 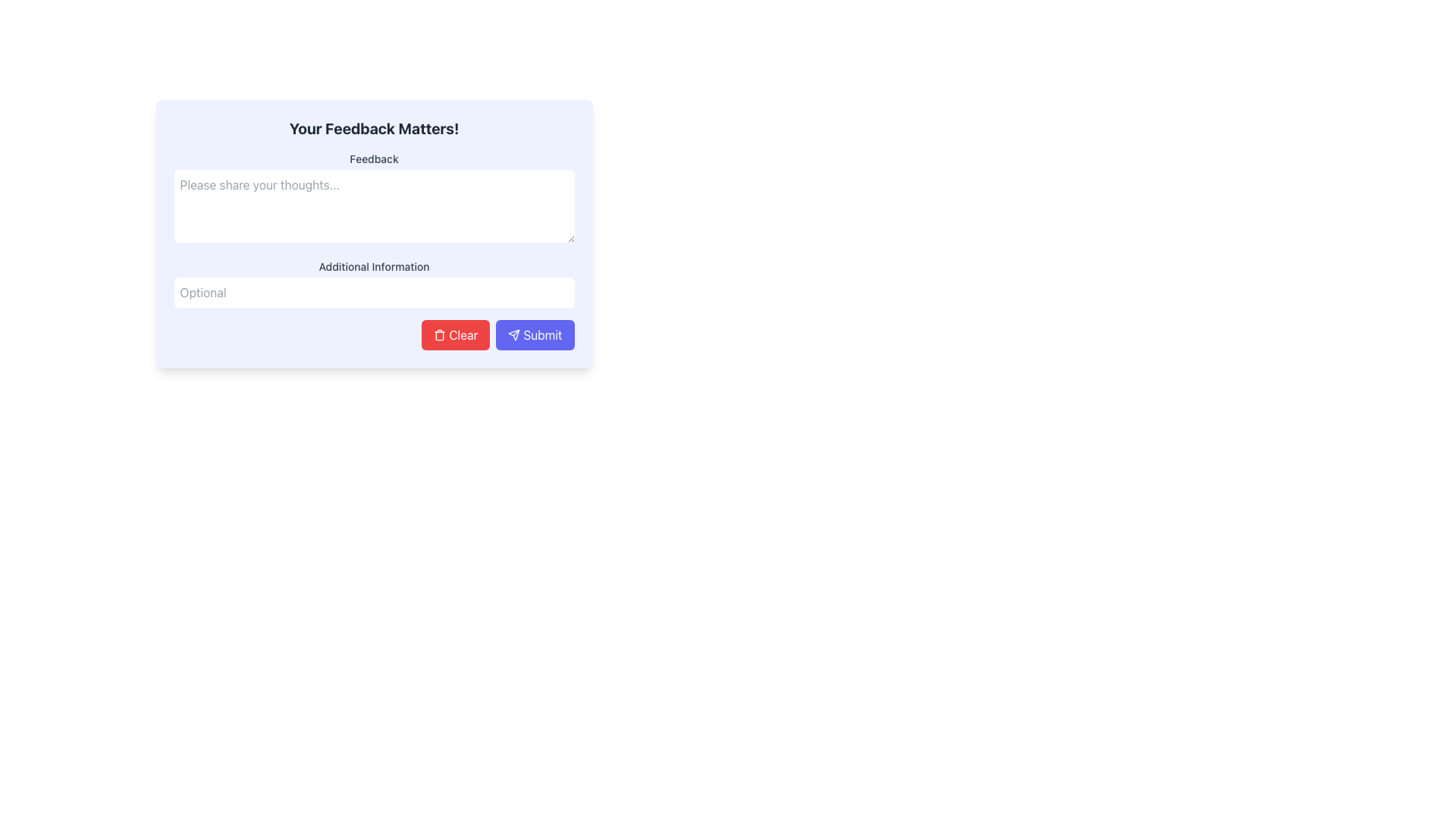 What do you see at coordinates (535, 334) in the screenshot?
I see `the rectangular blue 'Submit' button with rounded corners and white text` at bounding box center [535, 334].